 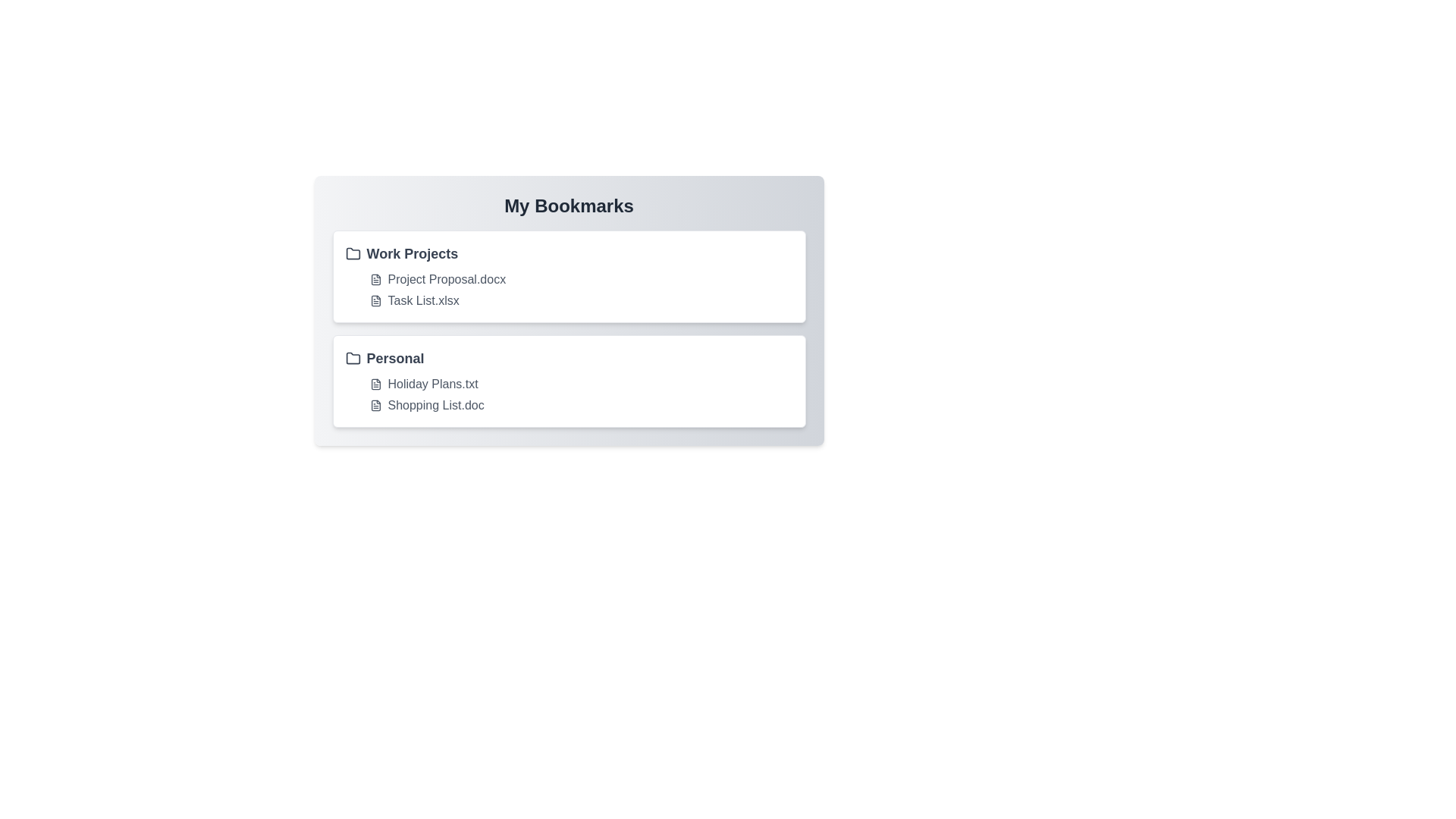 What do you see at coordinates (375, 405) in the screenshot?
I see `the document icon representing 'Shopping List.doc', which is located to the left of the text in the second subgroup under the 'Personal' category` at bounding box center [375, 405].